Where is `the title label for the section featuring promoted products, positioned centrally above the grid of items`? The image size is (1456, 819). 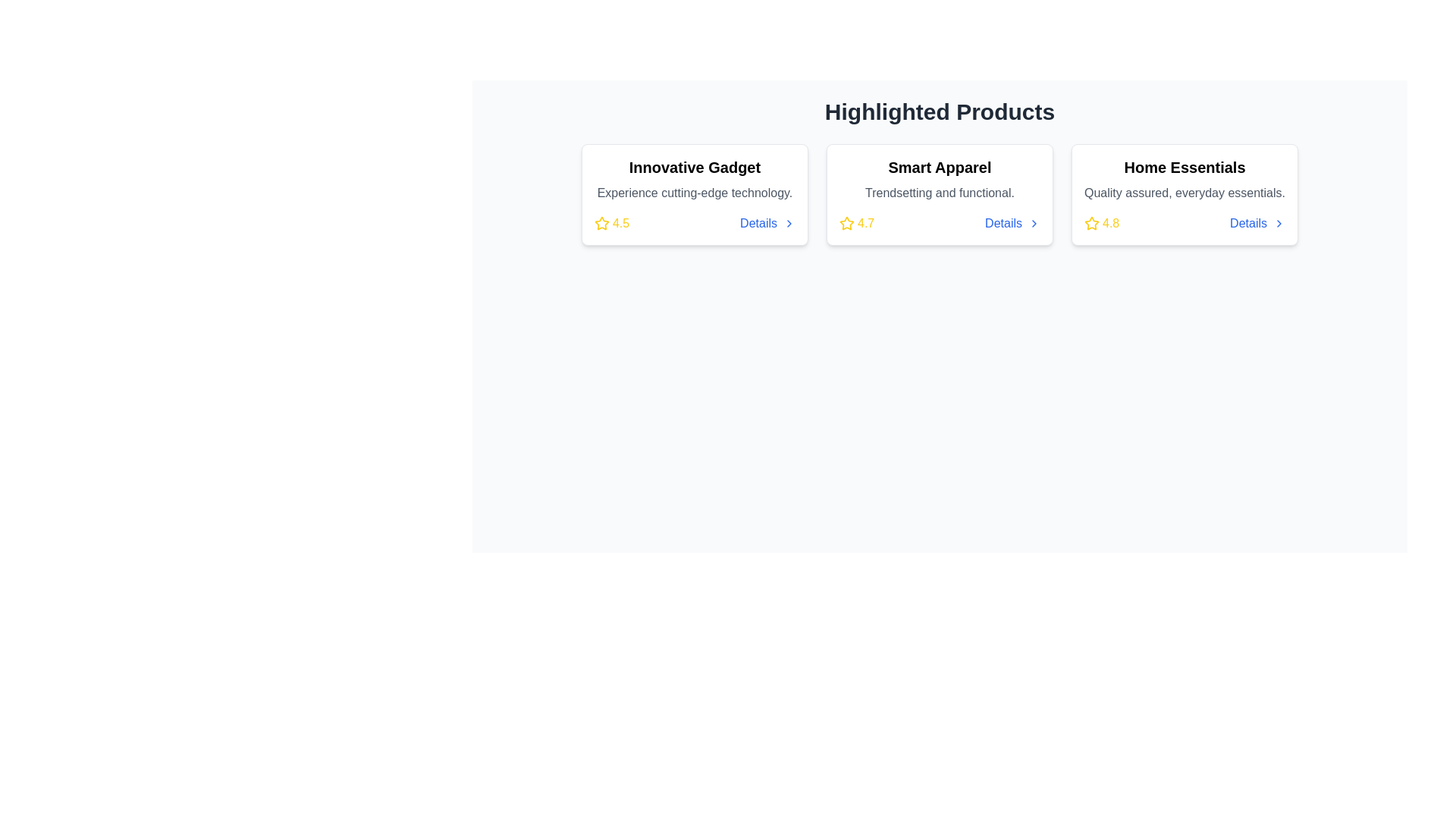
the title label for the section featuring promoted products, positioned centrally above the grid of items is located at coordinates (939, 111).